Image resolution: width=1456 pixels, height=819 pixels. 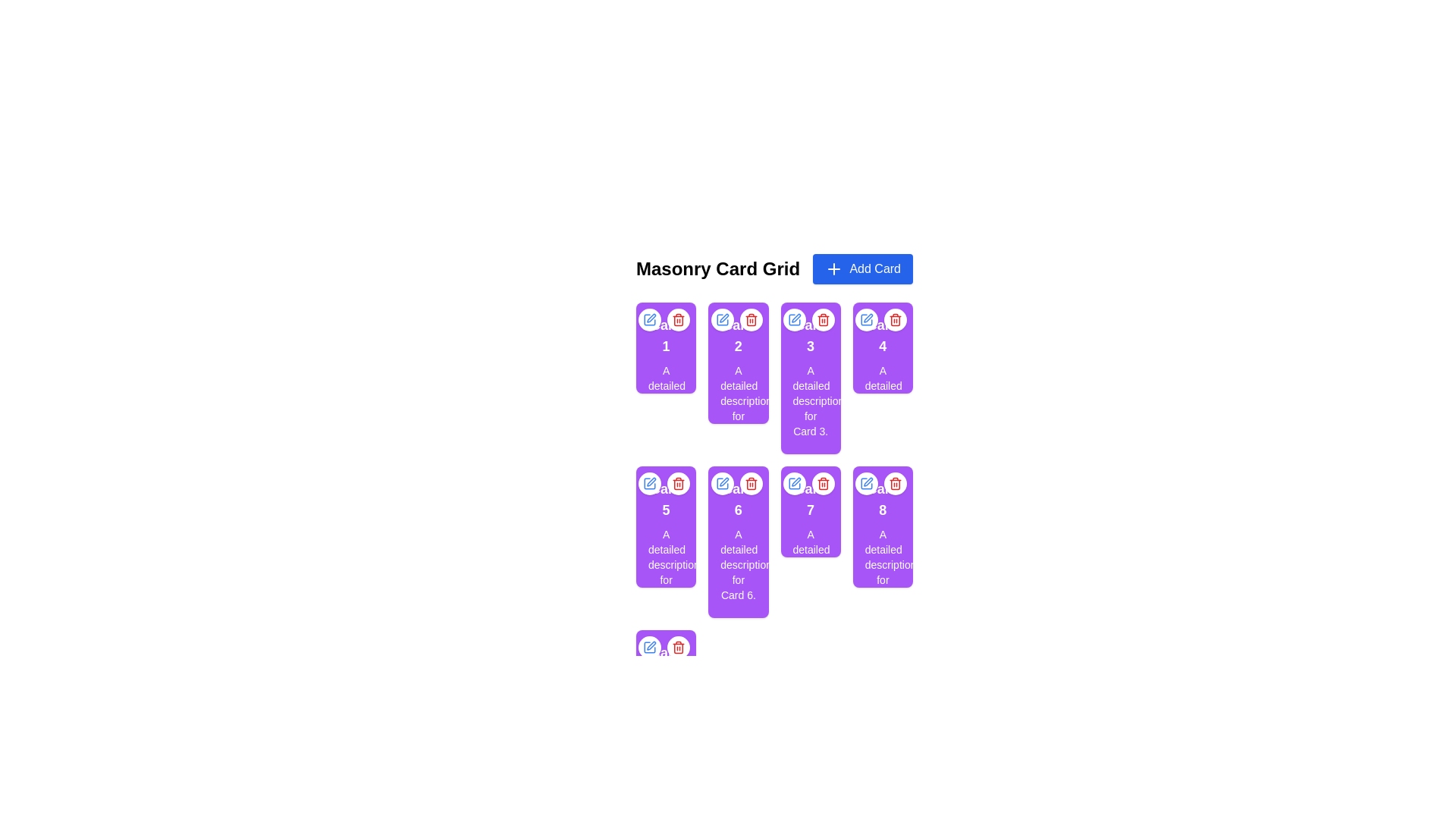 I want to click on text content of the text label 'Card 6', which is styled with a larger font size and bold weight, located at the upper part of the card with a purple background, so click(x=738, y=500).